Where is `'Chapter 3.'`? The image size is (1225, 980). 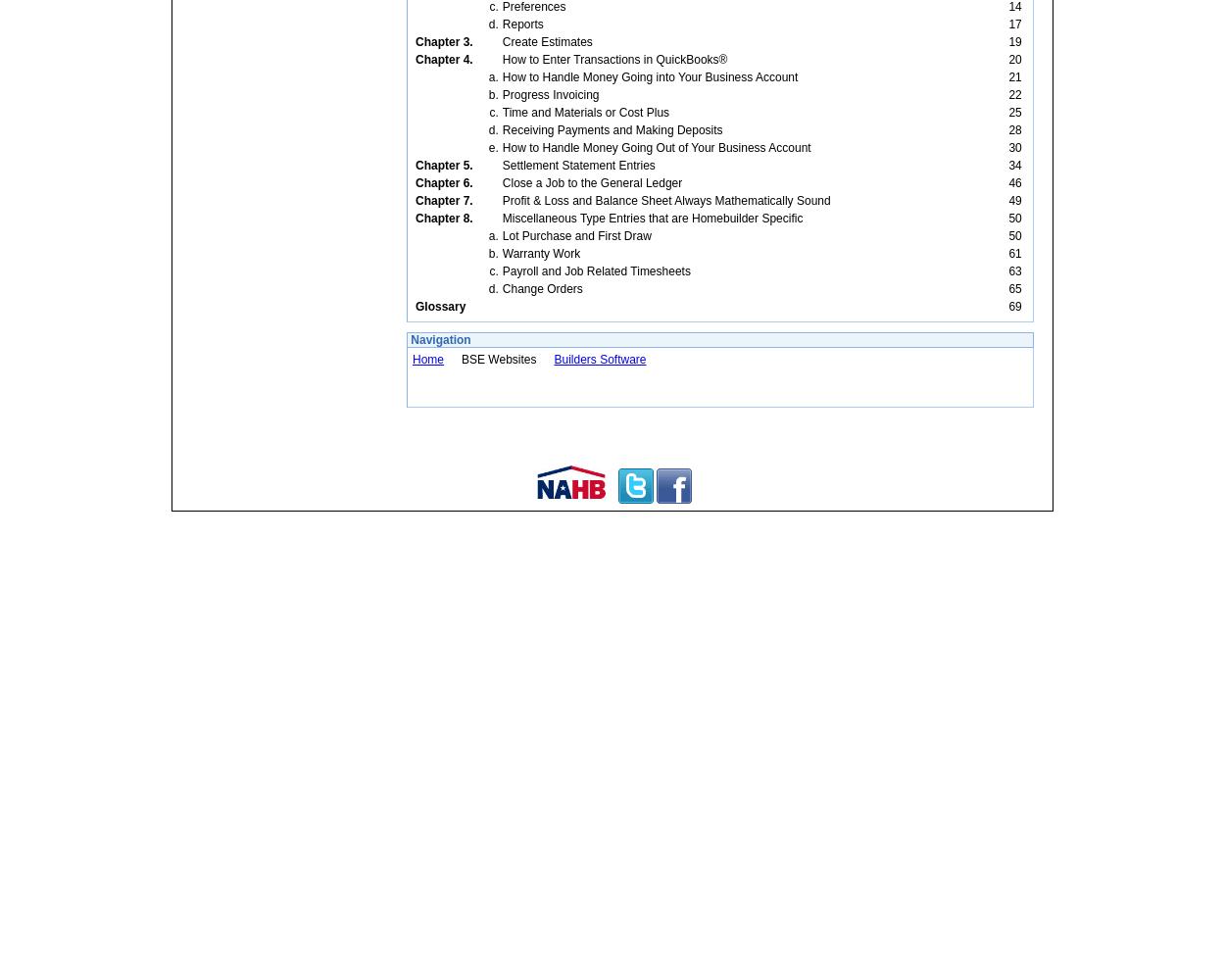 'Chapter 3.' is located at coordinates (443, 42).